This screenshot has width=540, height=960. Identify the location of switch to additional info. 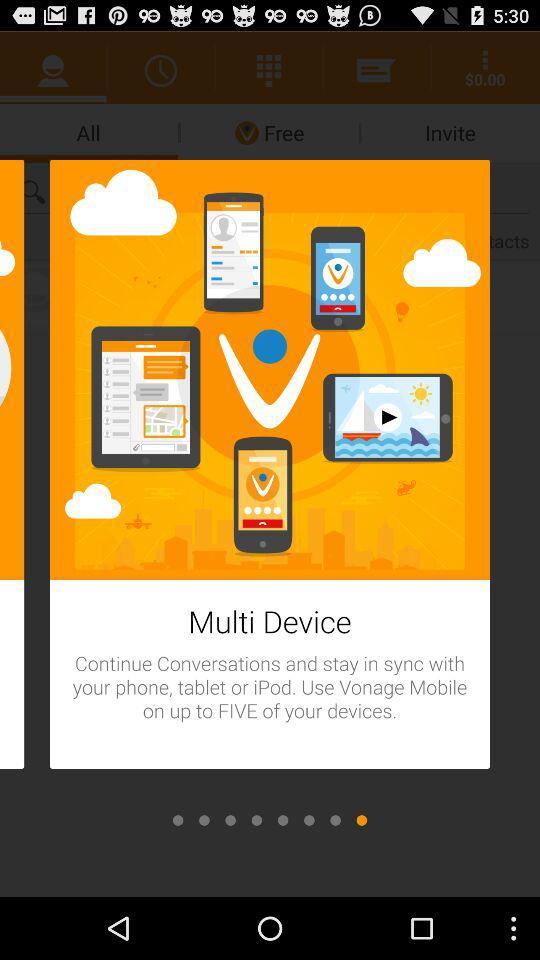
(203, 820).